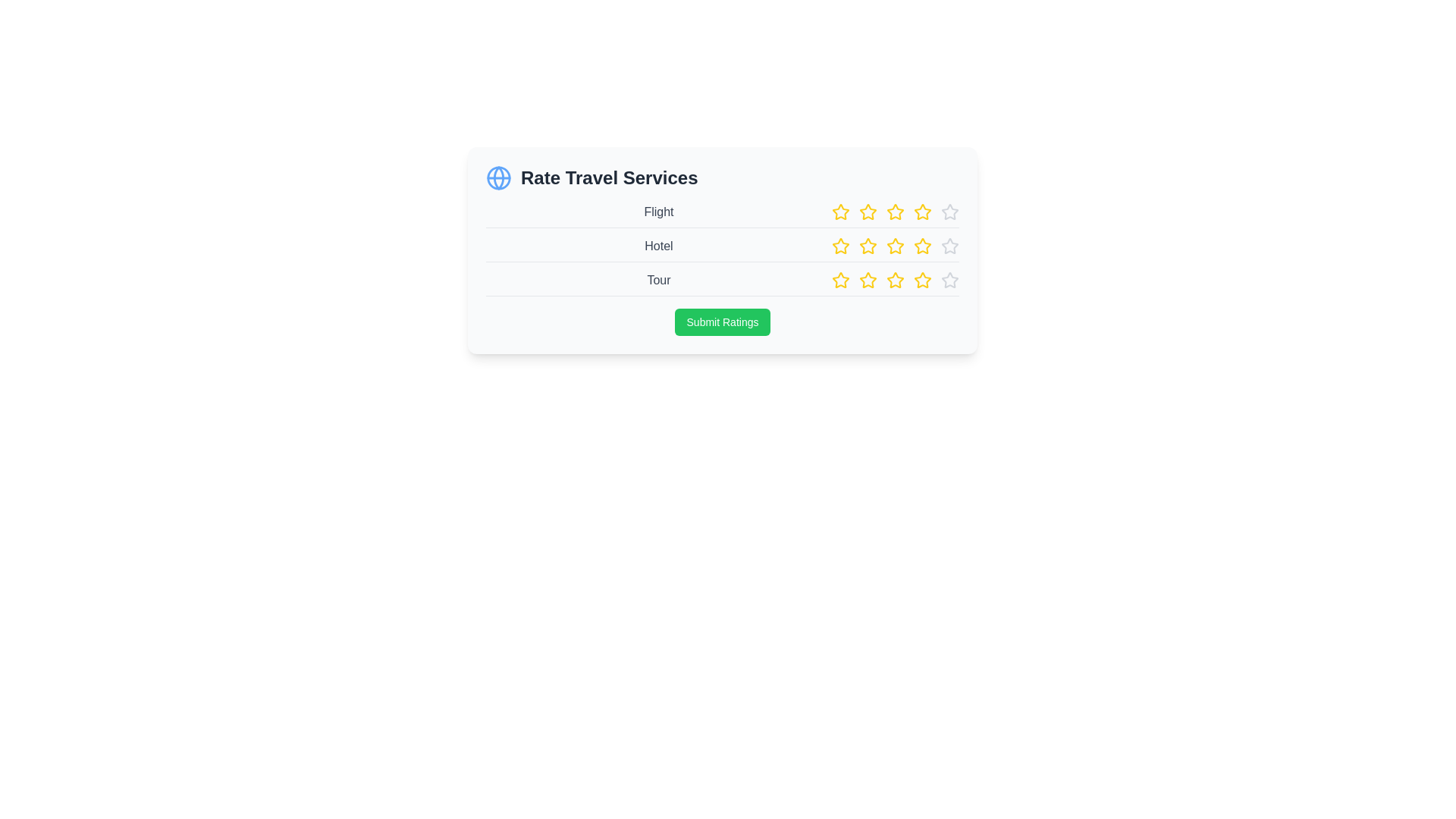 The image size is (1456, 819). Describe the element at coordinates (722, 321) in the screenshot. I see `the green 'Submit Ratings' button located at the bottom of the ratings section` at that location.